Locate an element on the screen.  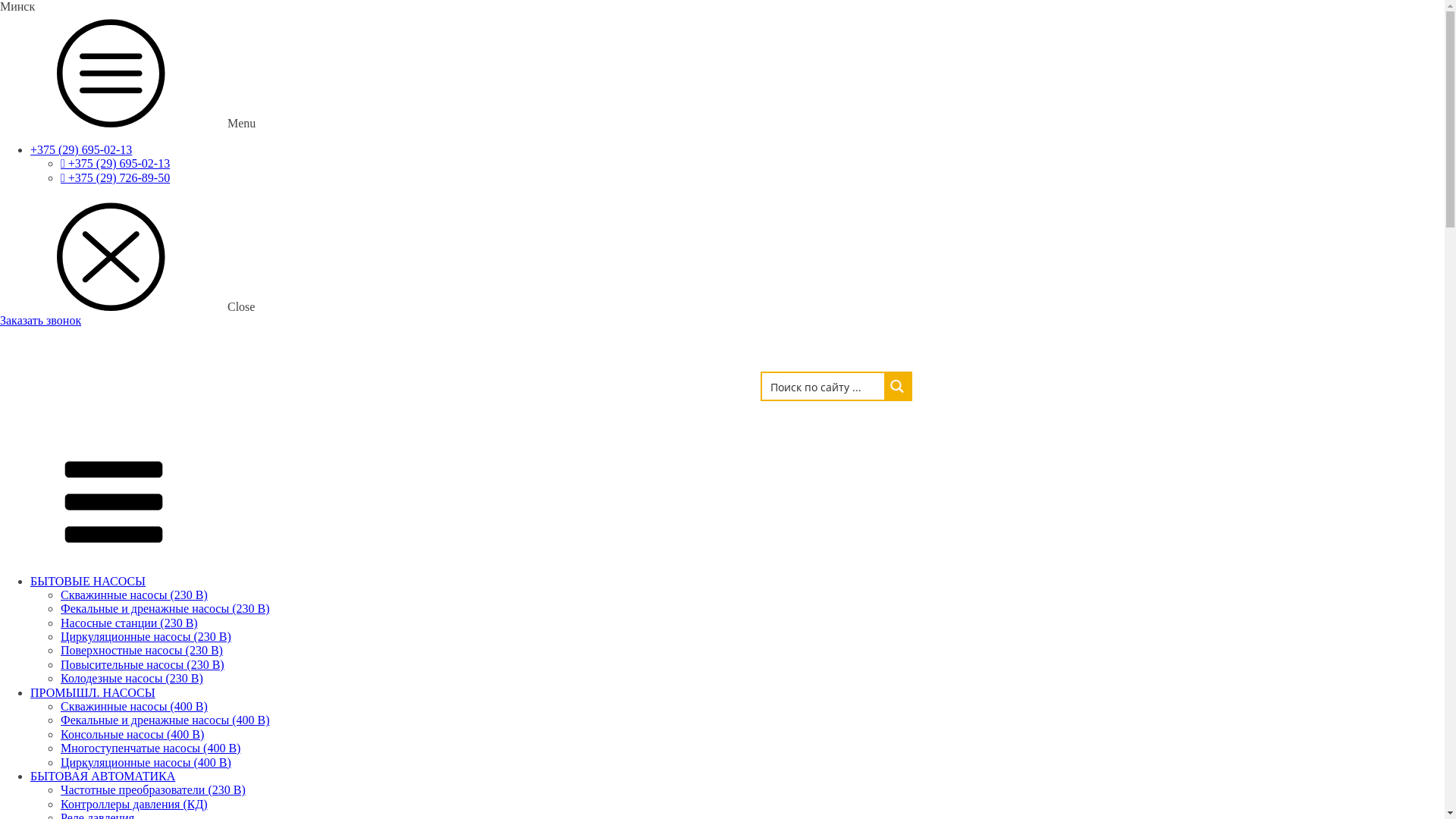
'+375 (29) 695-02-13' is located at coordinates (80, 149).